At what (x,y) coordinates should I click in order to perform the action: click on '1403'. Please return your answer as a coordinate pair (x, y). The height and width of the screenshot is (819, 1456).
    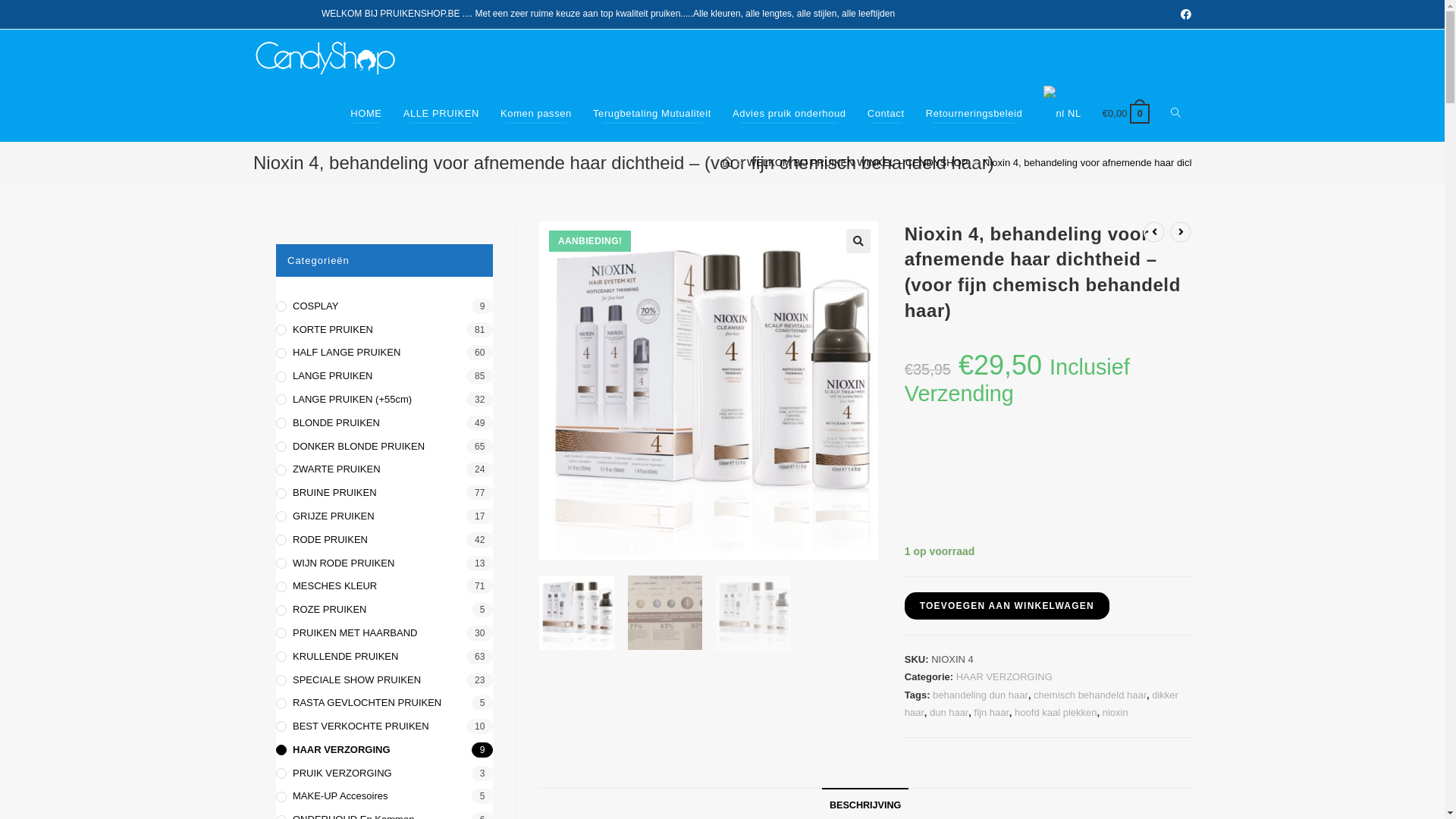
    Looking at the image, I should click on (927, 38).